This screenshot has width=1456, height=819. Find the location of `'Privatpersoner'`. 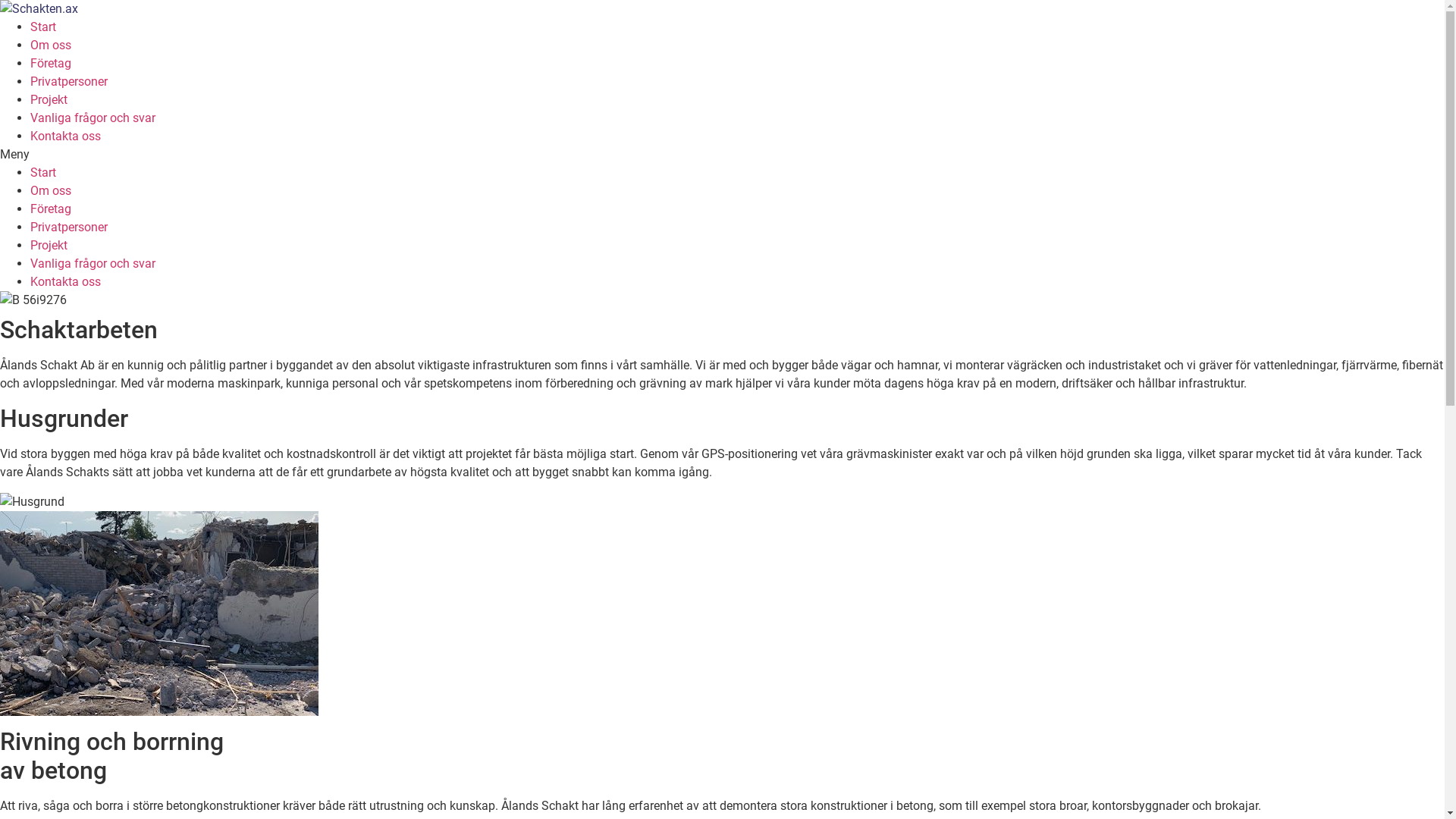

'Privatpersoner' is located at coordinates (68, 81).